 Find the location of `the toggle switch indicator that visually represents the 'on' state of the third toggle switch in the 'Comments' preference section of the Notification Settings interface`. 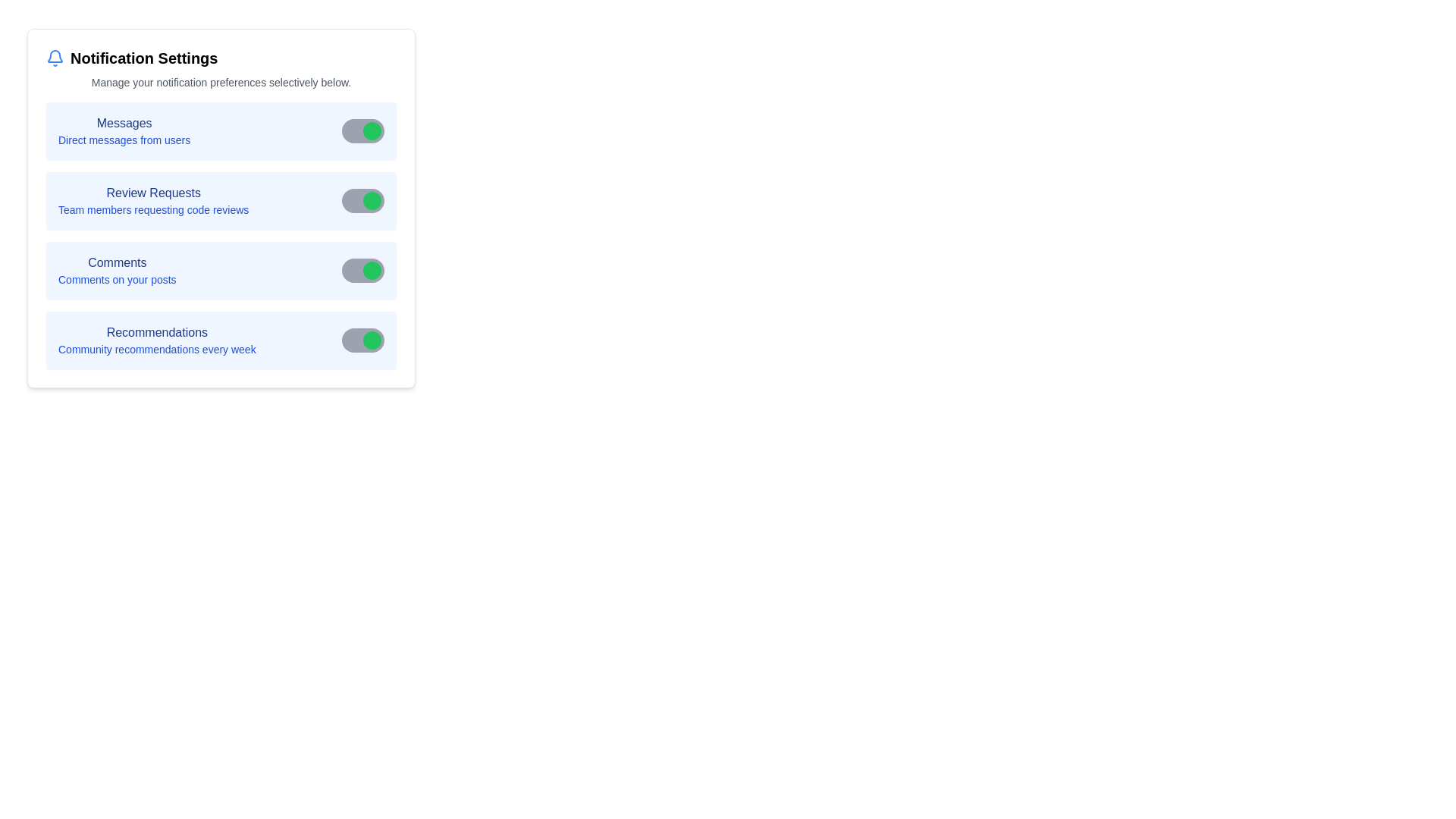

the toggle switch indicator that visually represents the 'on' state of the third toggle switch in the 'Comments' preference section of the Notification Settings interface is located at coordinates (372, 270).